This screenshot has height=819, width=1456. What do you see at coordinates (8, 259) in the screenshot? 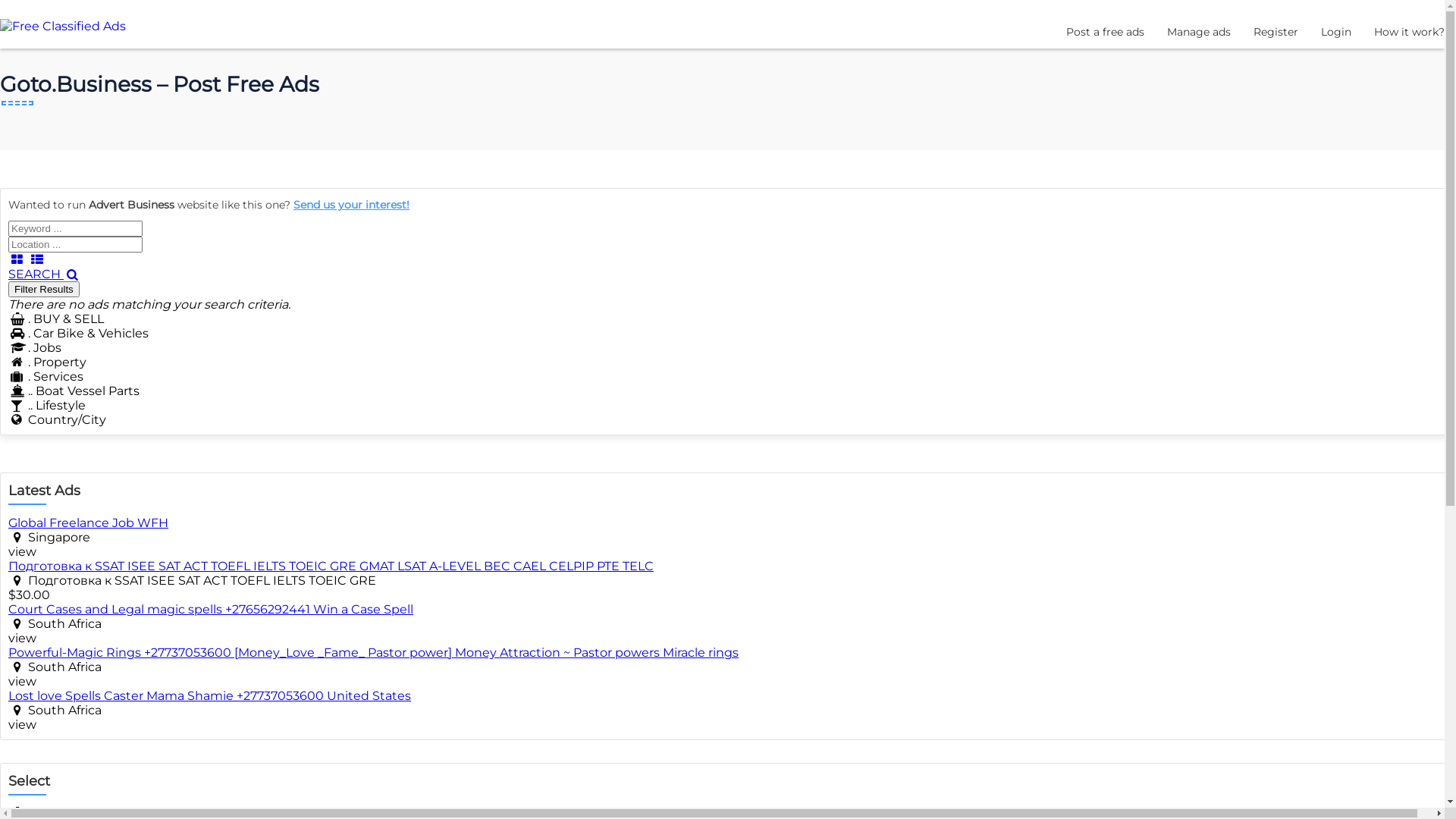
I see `'Grid'` at bounding box center [8, 259].